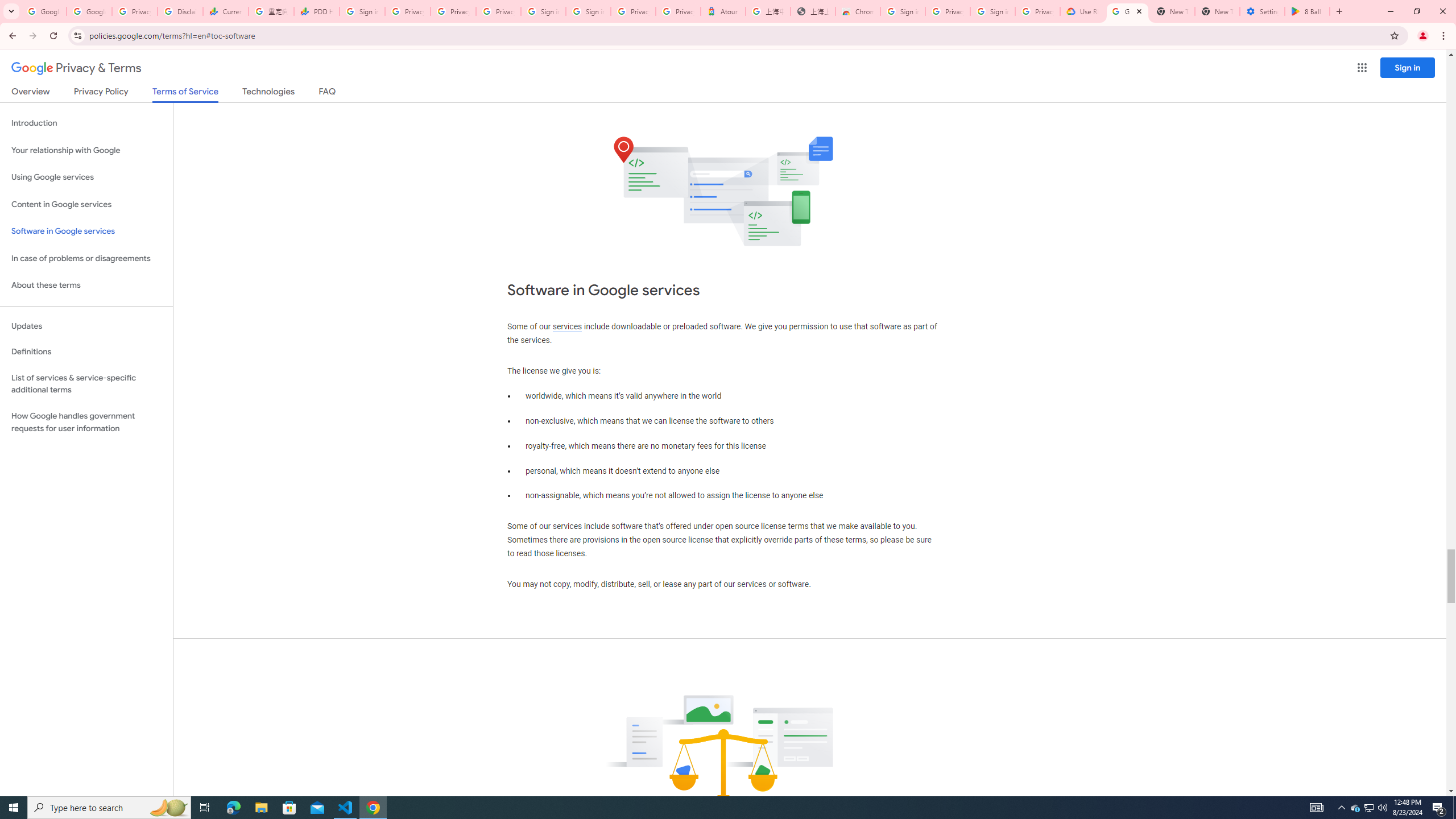  I want to click on 'Content in Google services', so click(86, 205).